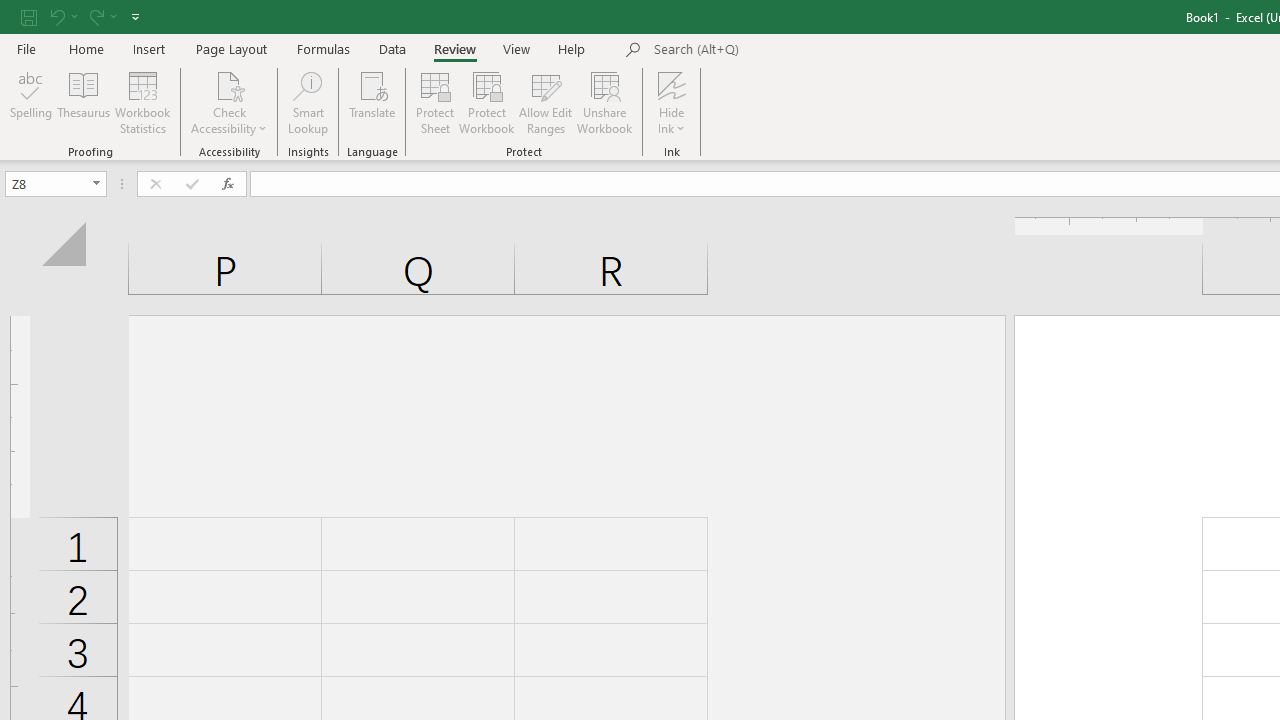  I want to click on 'Workbook Statistics', so click(141, 103).